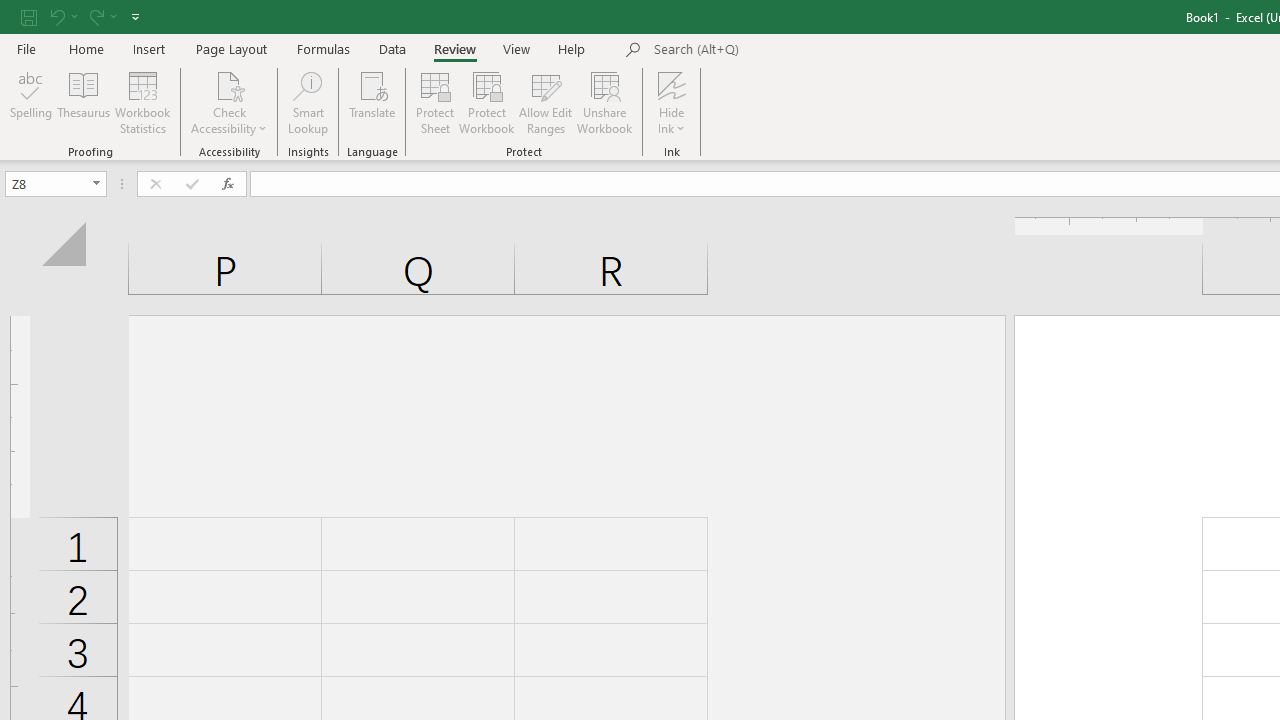  I want to click on 'Workbook Statistics', so click(141, 103).